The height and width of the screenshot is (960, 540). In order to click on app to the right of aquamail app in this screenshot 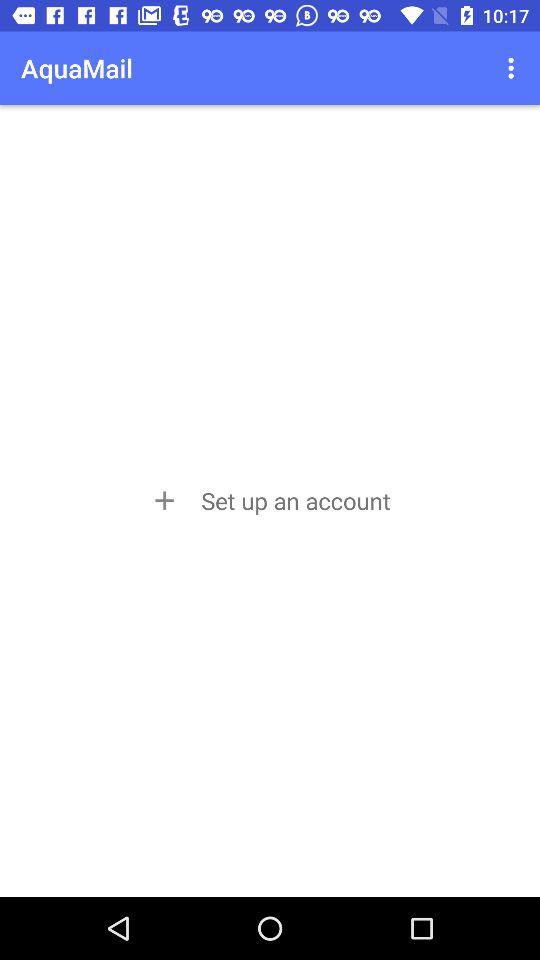, I will do `click(513, 68)`.